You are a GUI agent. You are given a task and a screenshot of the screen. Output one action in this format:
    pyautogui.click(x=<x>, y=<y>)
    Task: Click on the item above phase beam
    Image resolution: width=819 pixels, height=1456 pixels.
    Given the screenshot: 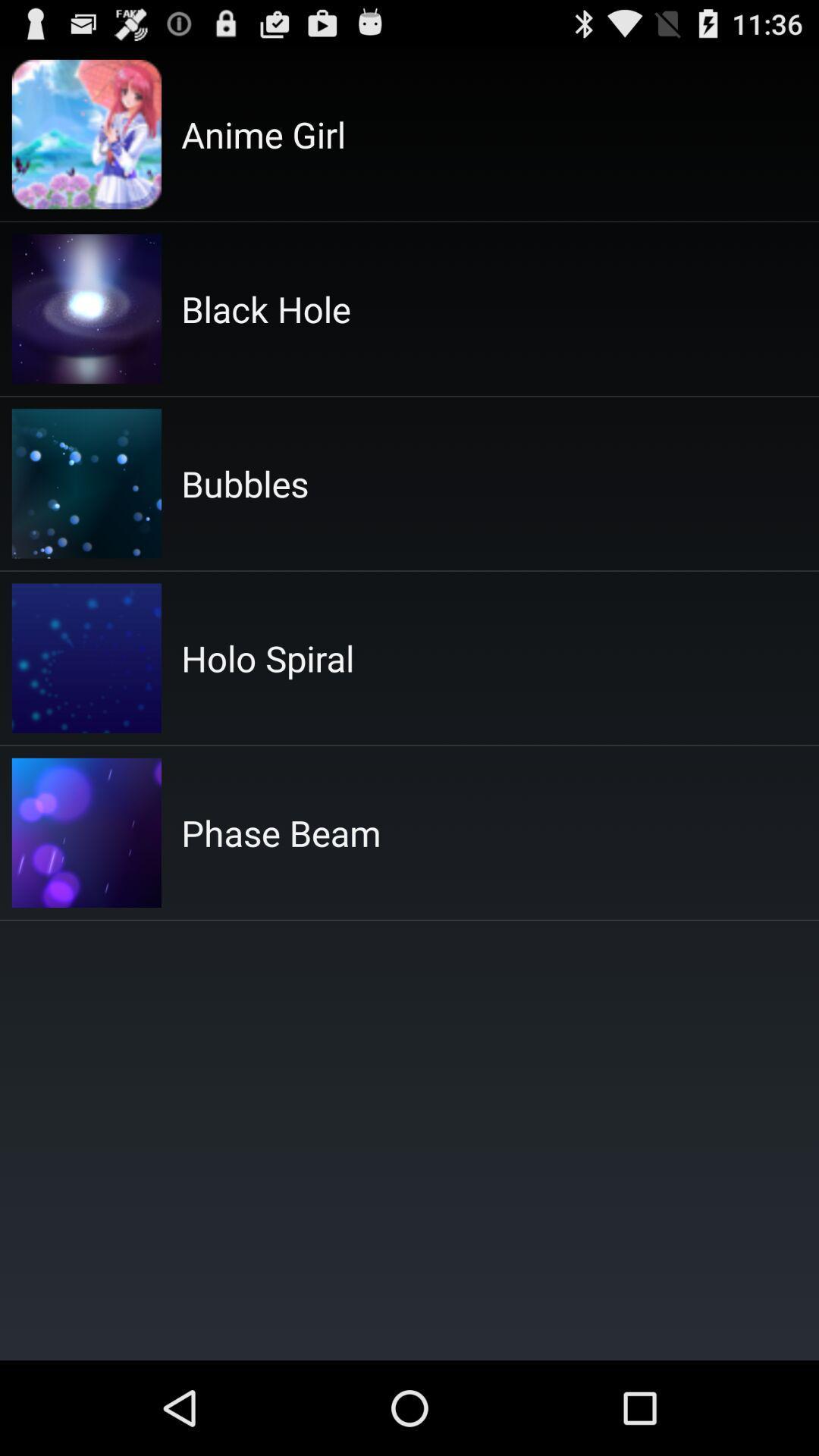 What is the action you would take?
    pyautogui.click(x=267, y=658)
    